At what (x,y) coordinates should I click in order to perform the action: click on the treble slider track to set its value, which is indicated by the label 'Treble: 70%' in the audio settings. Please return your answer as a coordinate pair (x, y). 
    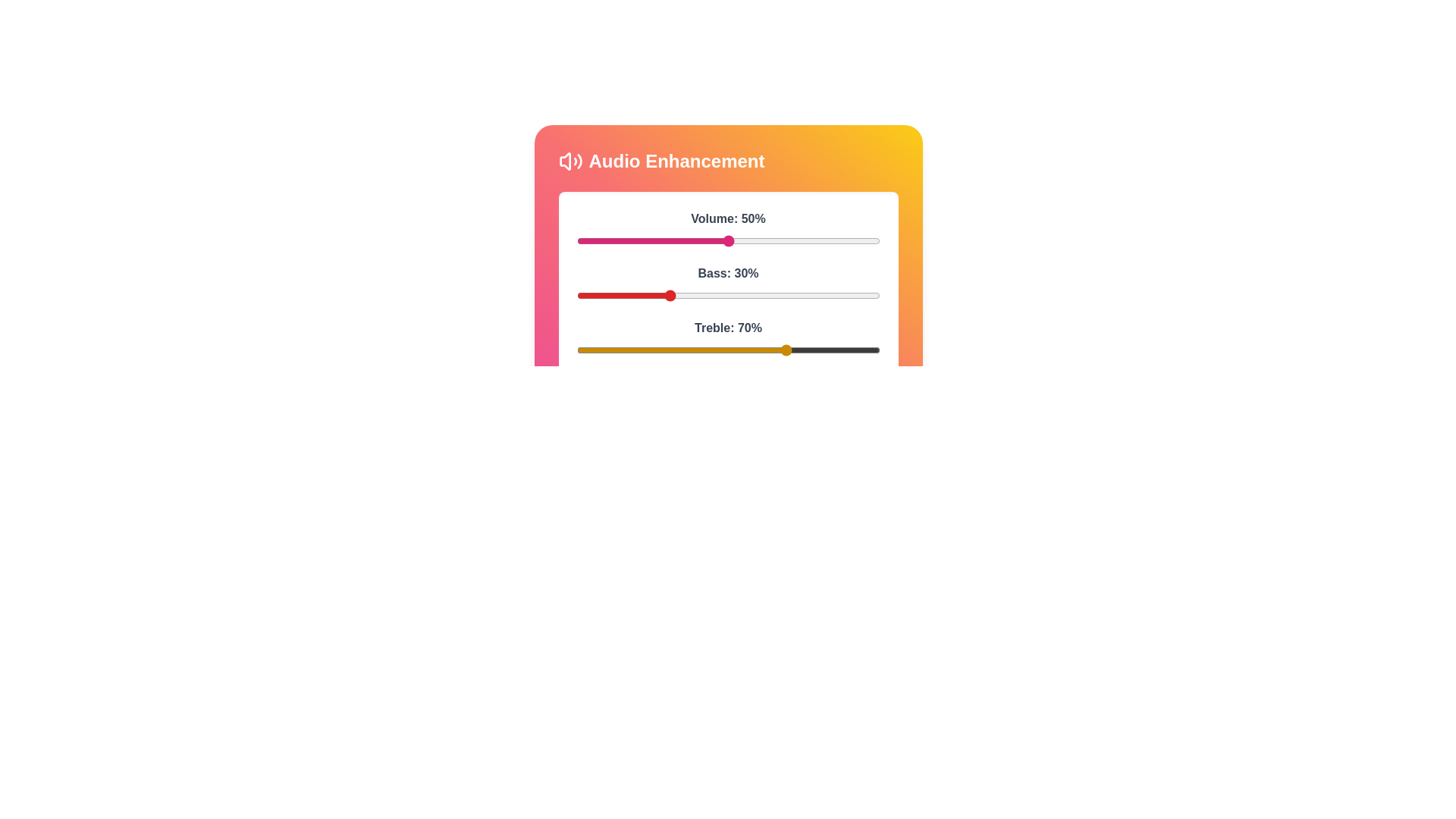
    Looking at the image, I should click on (728, 350).